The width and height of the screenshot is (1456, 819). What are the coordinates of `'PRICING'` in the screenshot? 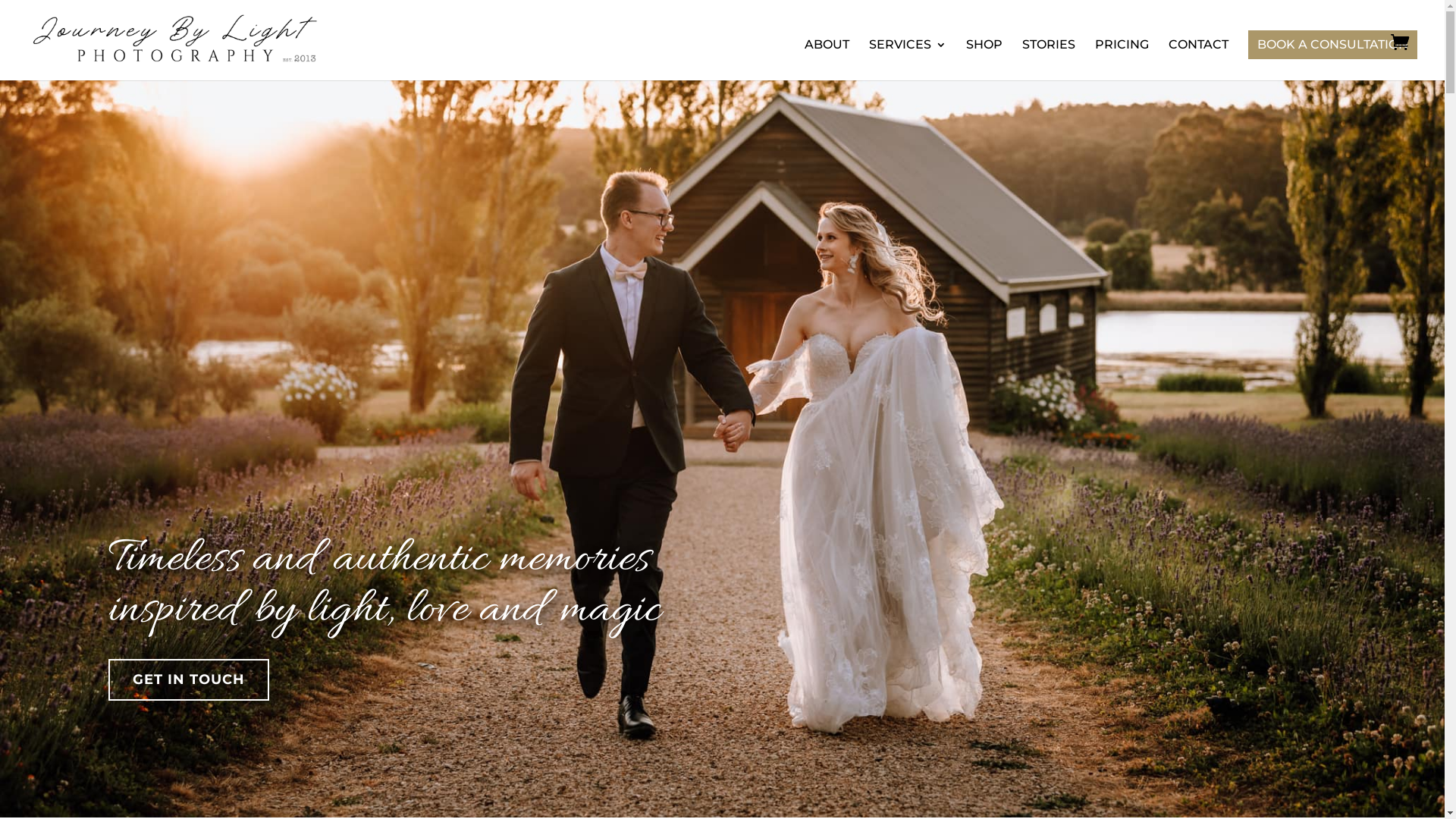 It's located at (1122, 58).